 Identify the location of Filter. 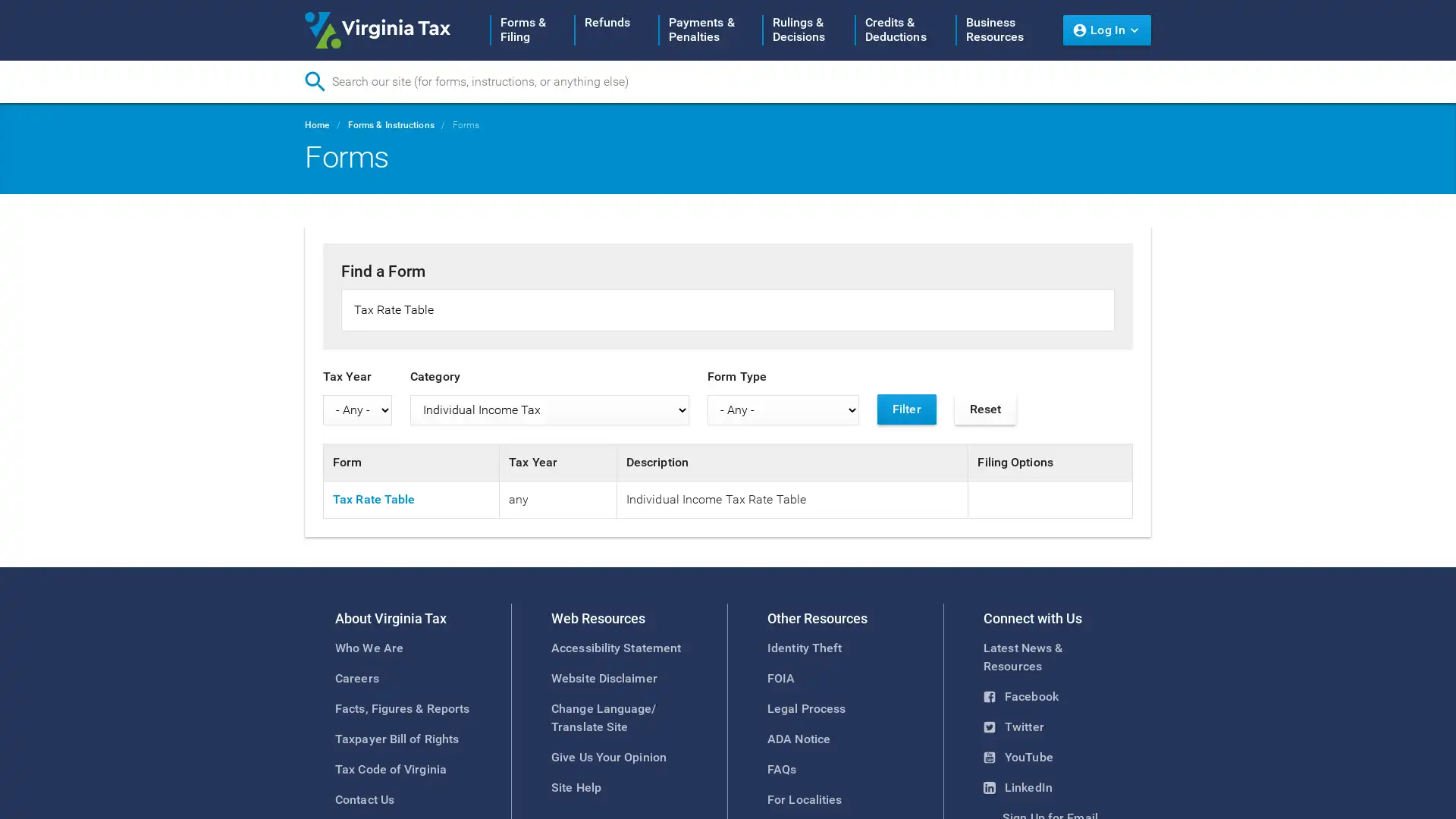
(906, 408).